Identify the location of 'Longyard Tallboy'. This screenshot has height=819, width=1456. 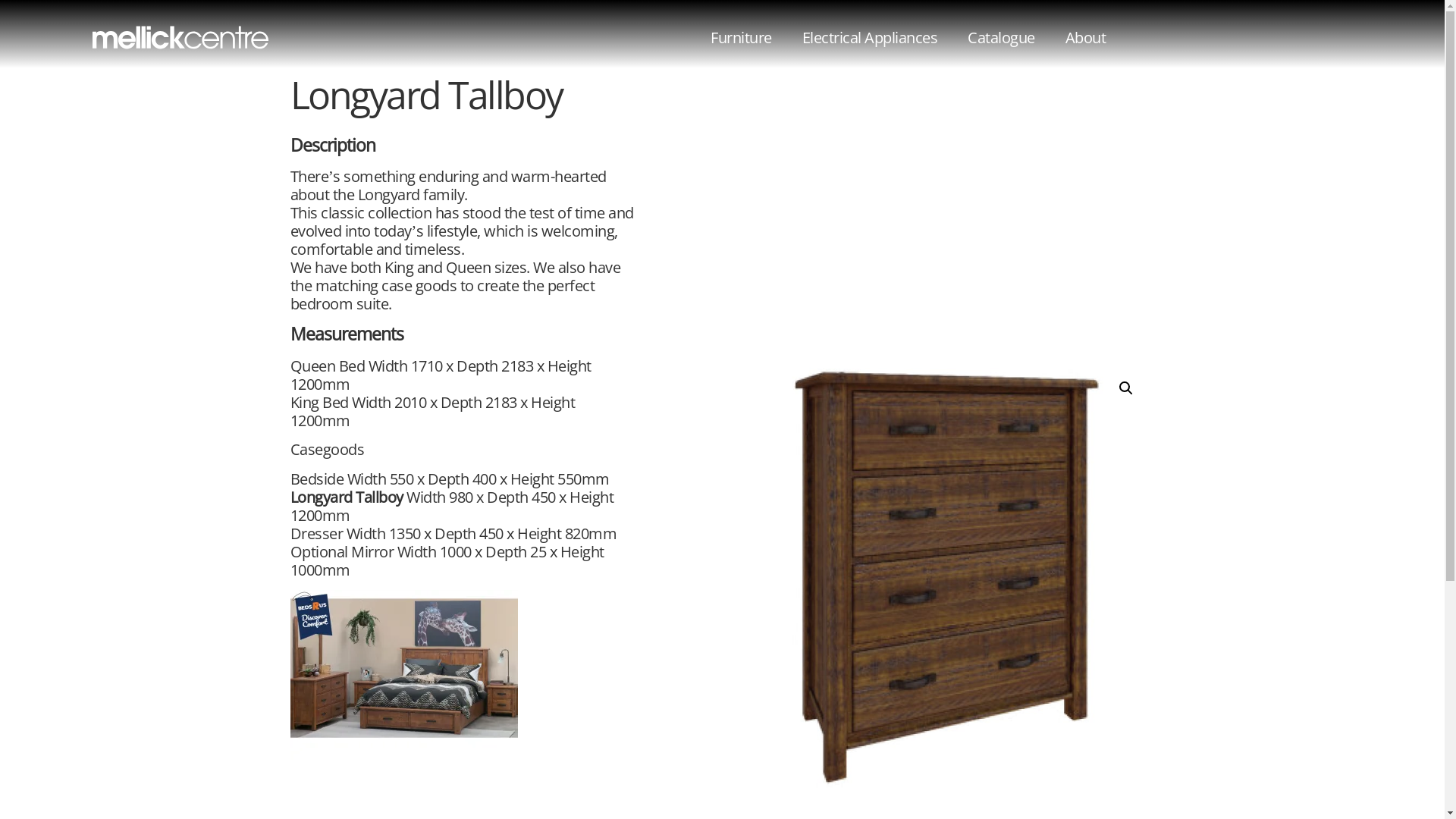
(937, 576).